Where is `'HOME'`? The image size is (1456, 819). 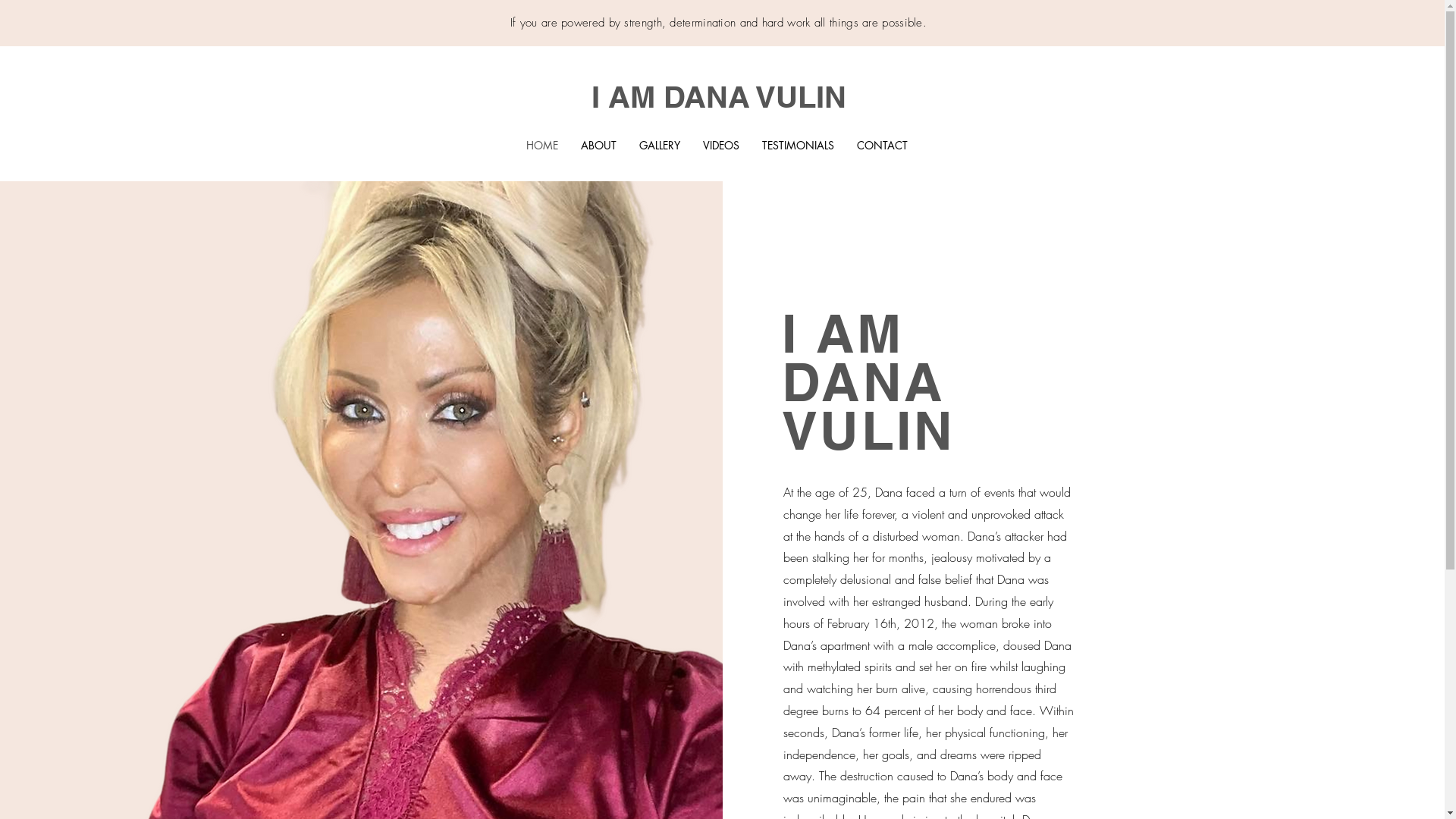 'HOME' is located at coordinates (542, 145).